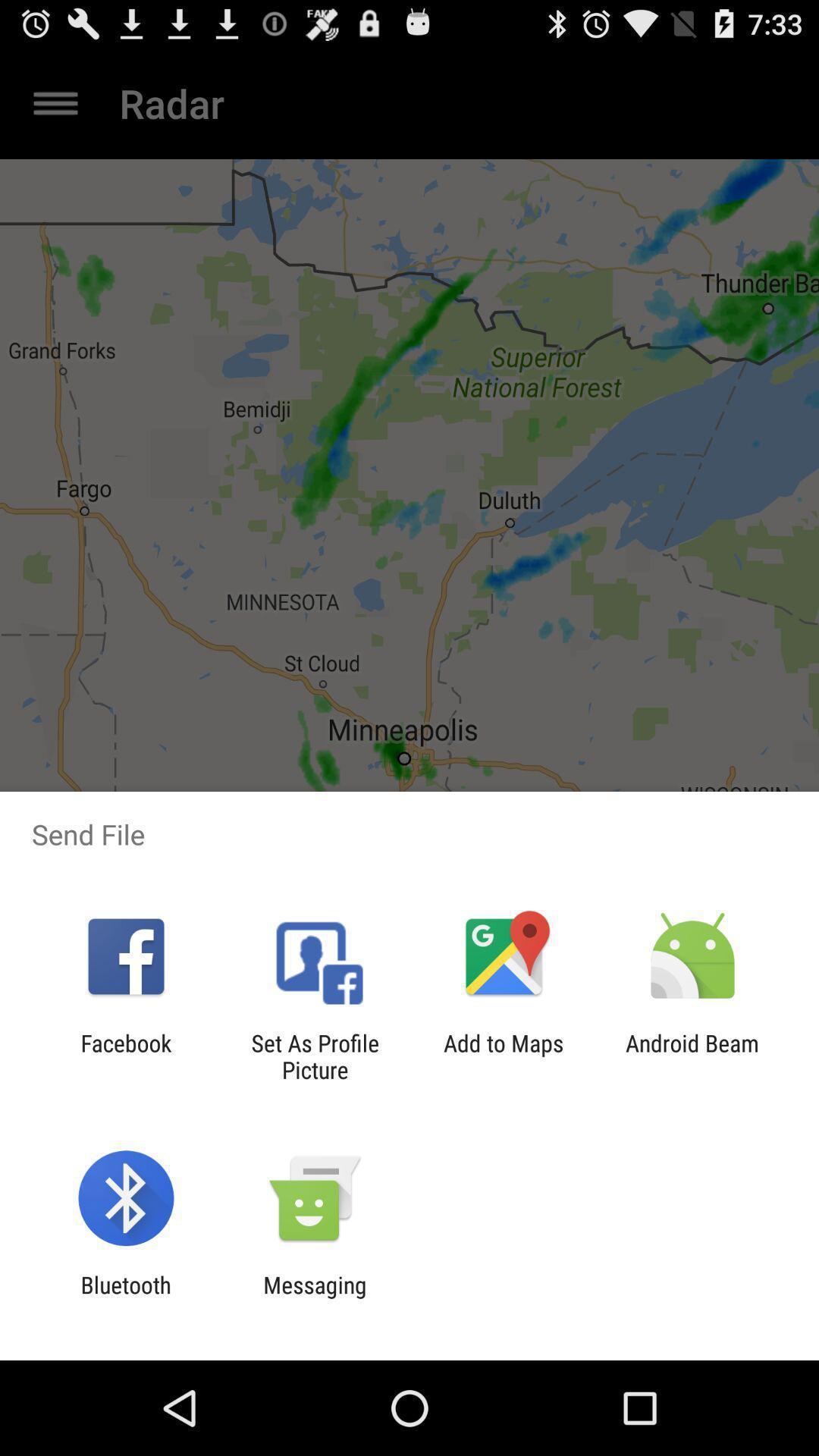 This screenshot has width=819, height=1456. I want to click on the icon to the right of the add to maps icon, so click(692, 1056).